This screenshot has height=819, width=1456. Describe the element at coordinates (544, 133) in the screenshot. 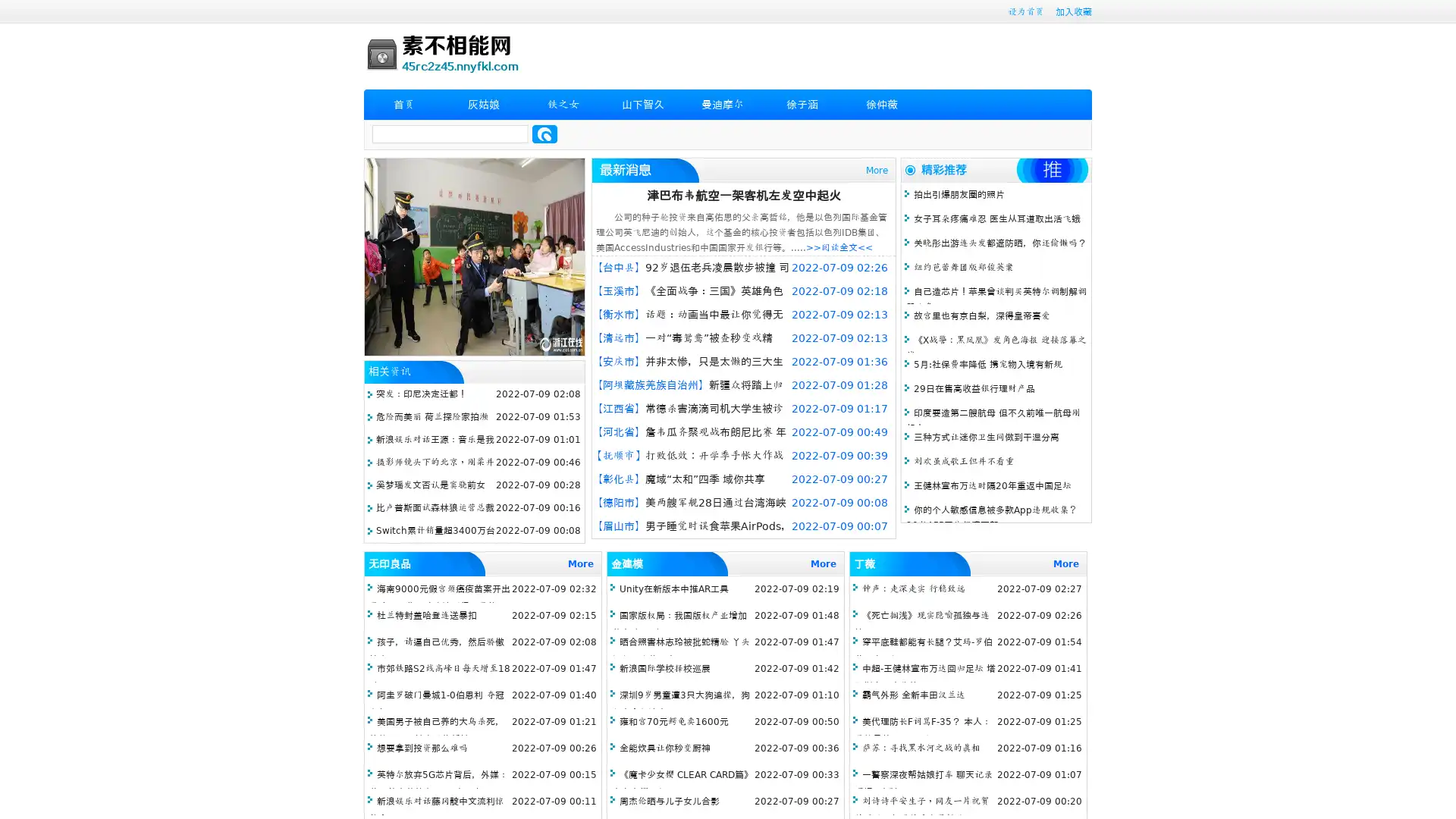

I see `Search` at that location.